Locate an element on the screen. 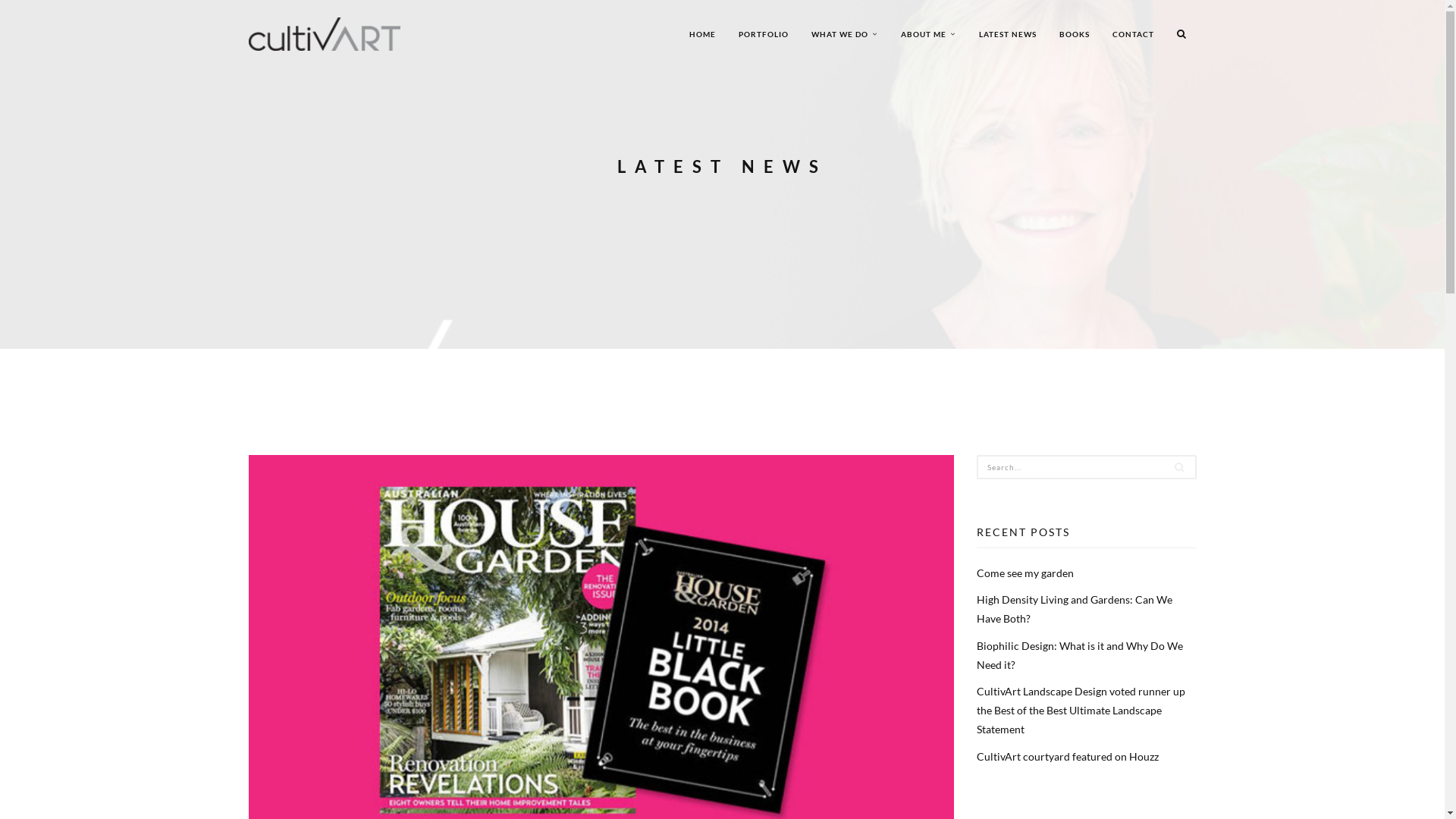  'BOOKS' is located at coordinates (1073, 34).